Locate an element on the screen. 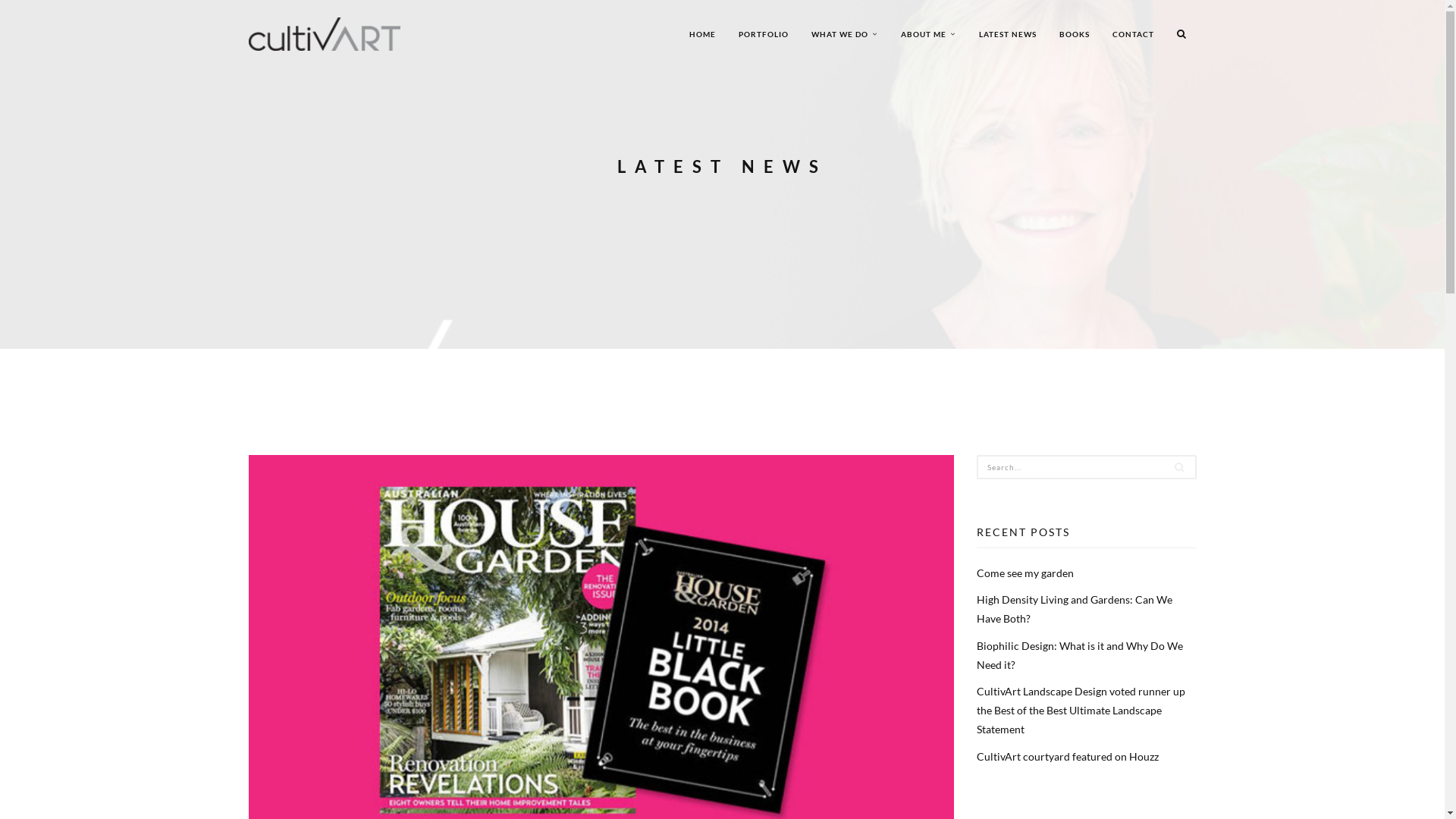  'BOOKS' is located at coordinates (1073, 34).